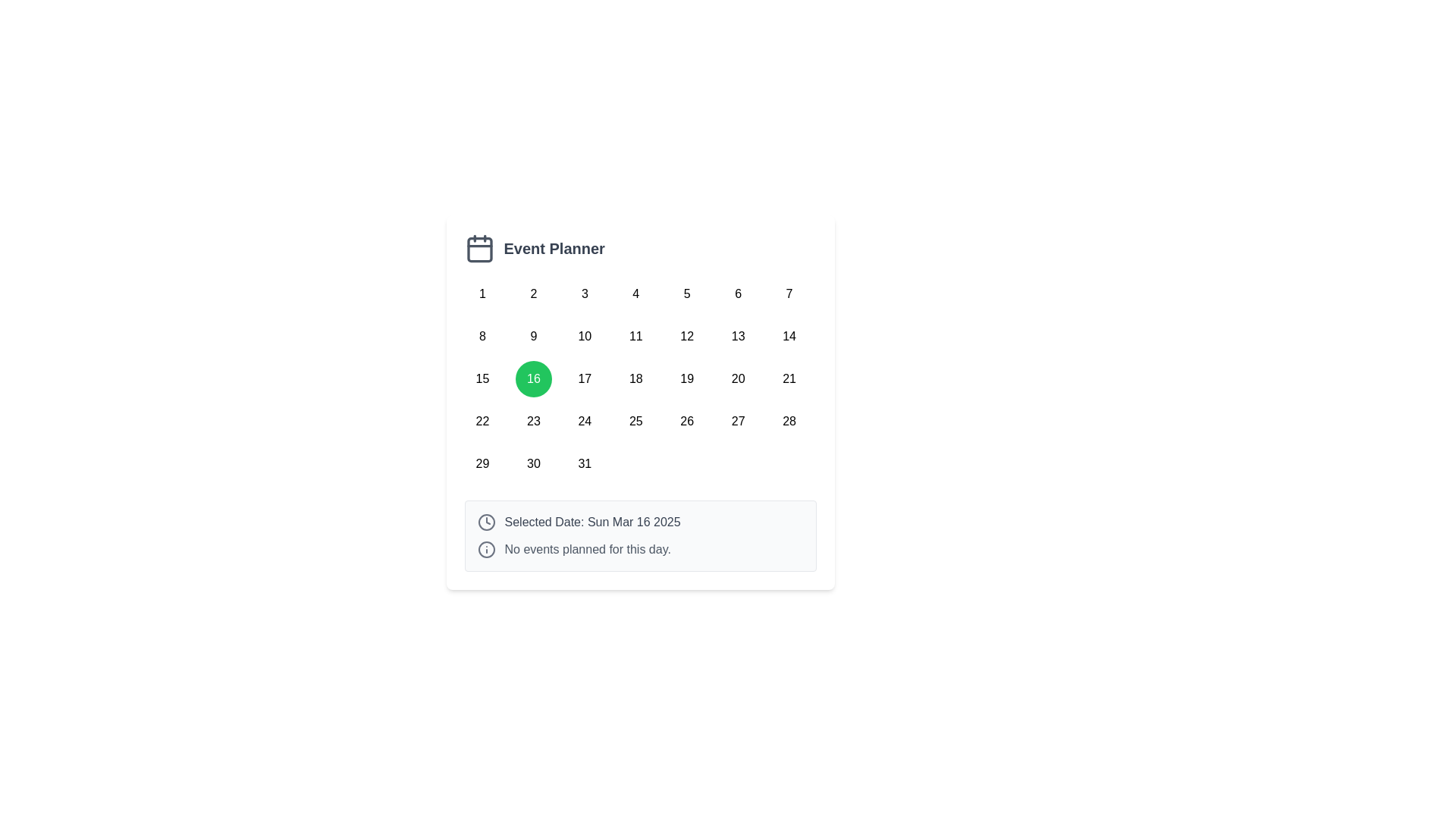  What do you see at coordinates (640, 535) in the screenshot?
I see `the informational section or card that summarizes the currently selected date in the calendar, located at the bottom of the Event Planner interface` at bounding box center [640, 535].